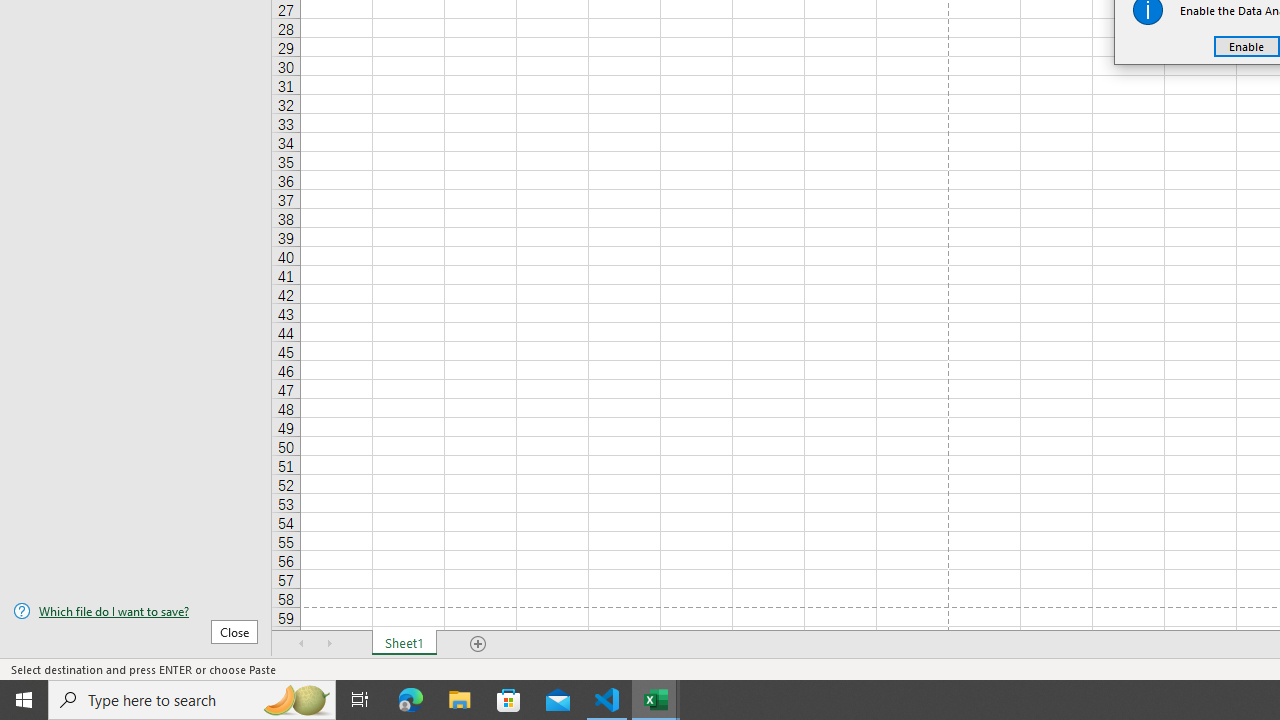 The width and height of the screenshot is (1280, 720). I want to click on 'Type here to search', so click(192, 698).